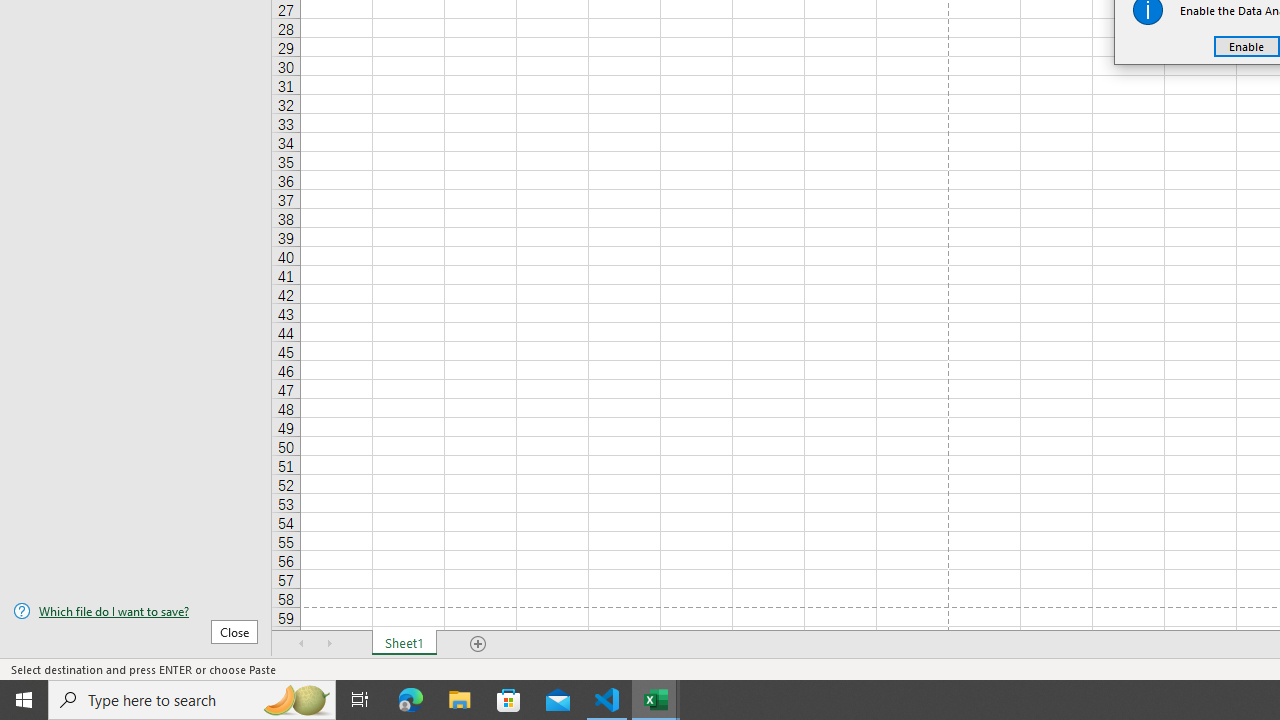 The width and height of the screenshot is (1280, 720). I want to click on 'Type here to search', so click(192, 698).